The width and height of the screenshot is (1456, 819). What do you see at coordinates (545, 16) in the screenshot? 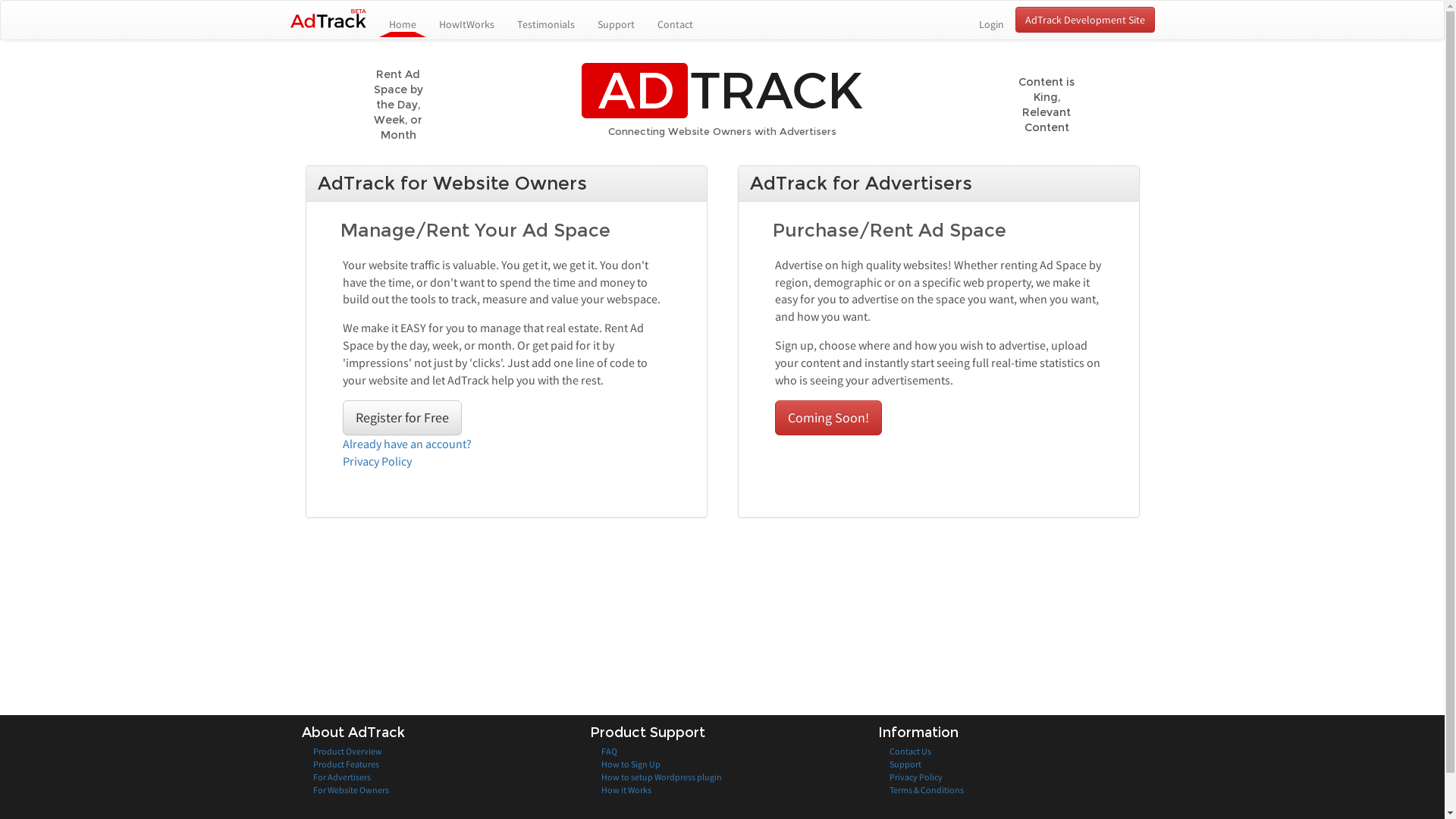
I see `'Testimonials'` at bounding box center [545, 16].